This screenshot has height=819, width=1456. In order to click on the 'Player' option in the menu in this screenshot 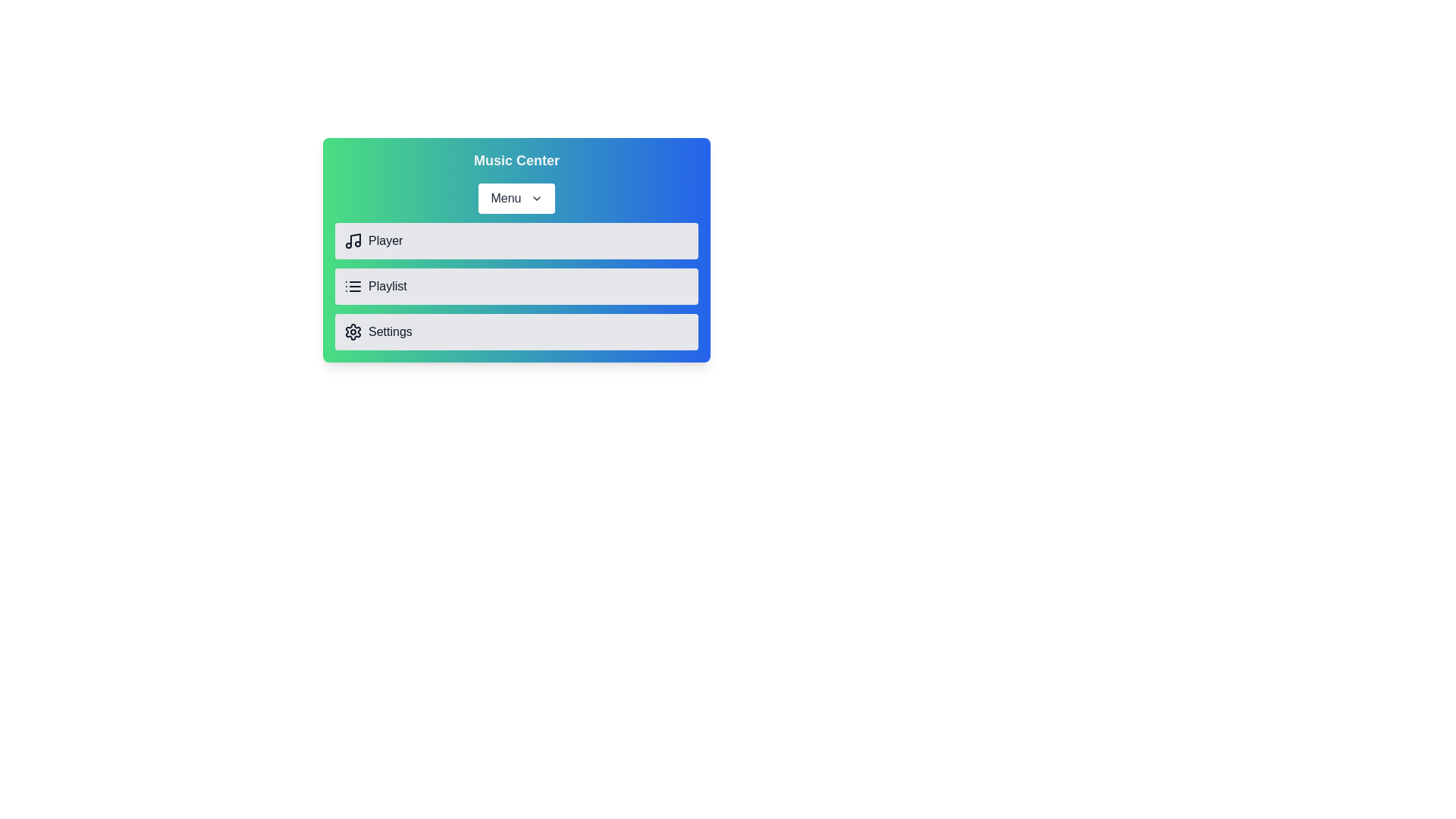, I will do `click(516, 240)`.